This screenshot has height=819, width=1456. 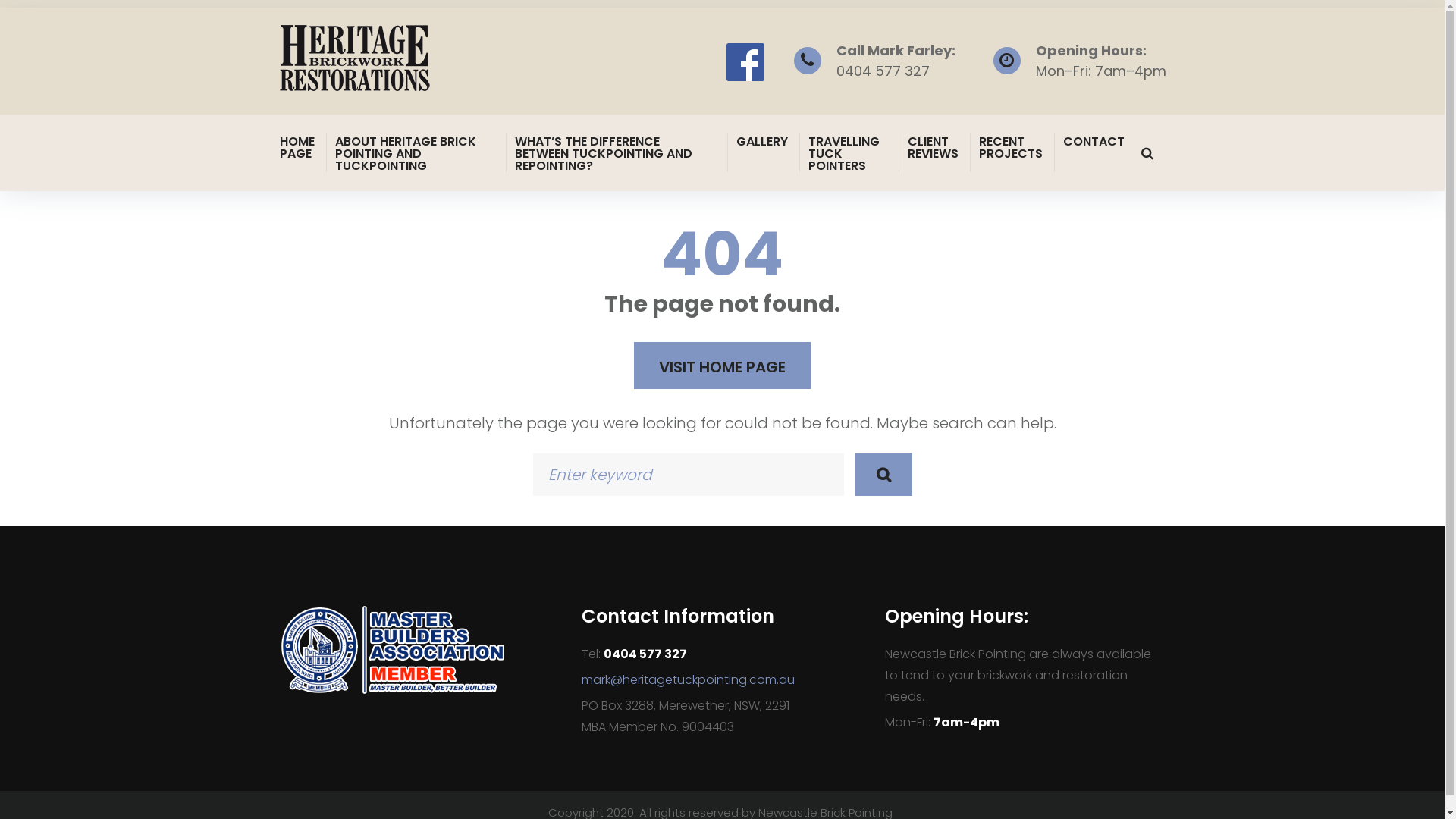 I want to click on 'ABOUT HERITAGE BRICK POINTING AND TUCKPOINTING', so click(x=416, y=152).